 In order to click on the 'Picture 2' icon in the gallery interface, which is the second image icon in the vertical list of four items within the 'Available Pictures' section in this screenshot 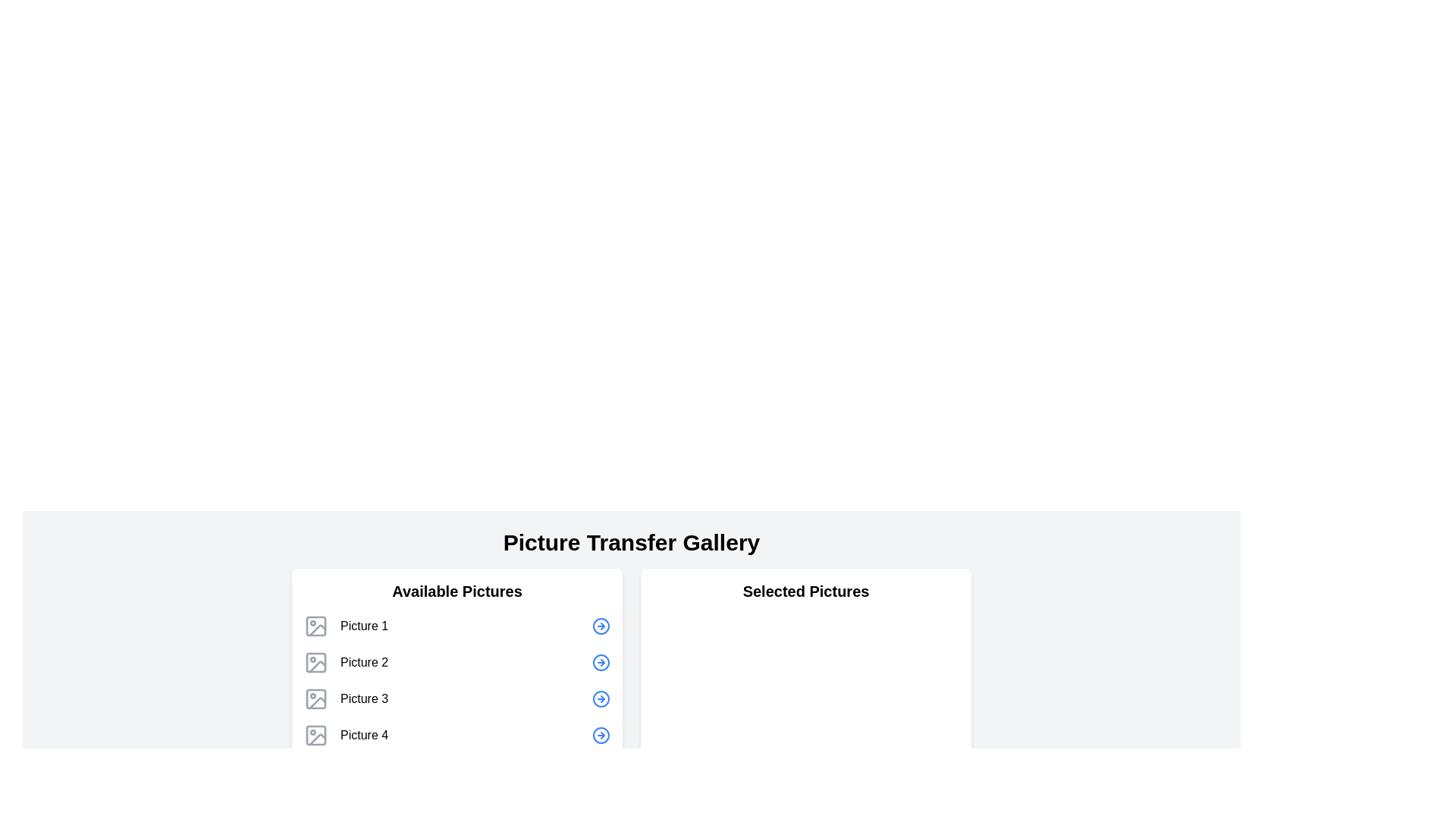, I will do `click(315, 662)`.